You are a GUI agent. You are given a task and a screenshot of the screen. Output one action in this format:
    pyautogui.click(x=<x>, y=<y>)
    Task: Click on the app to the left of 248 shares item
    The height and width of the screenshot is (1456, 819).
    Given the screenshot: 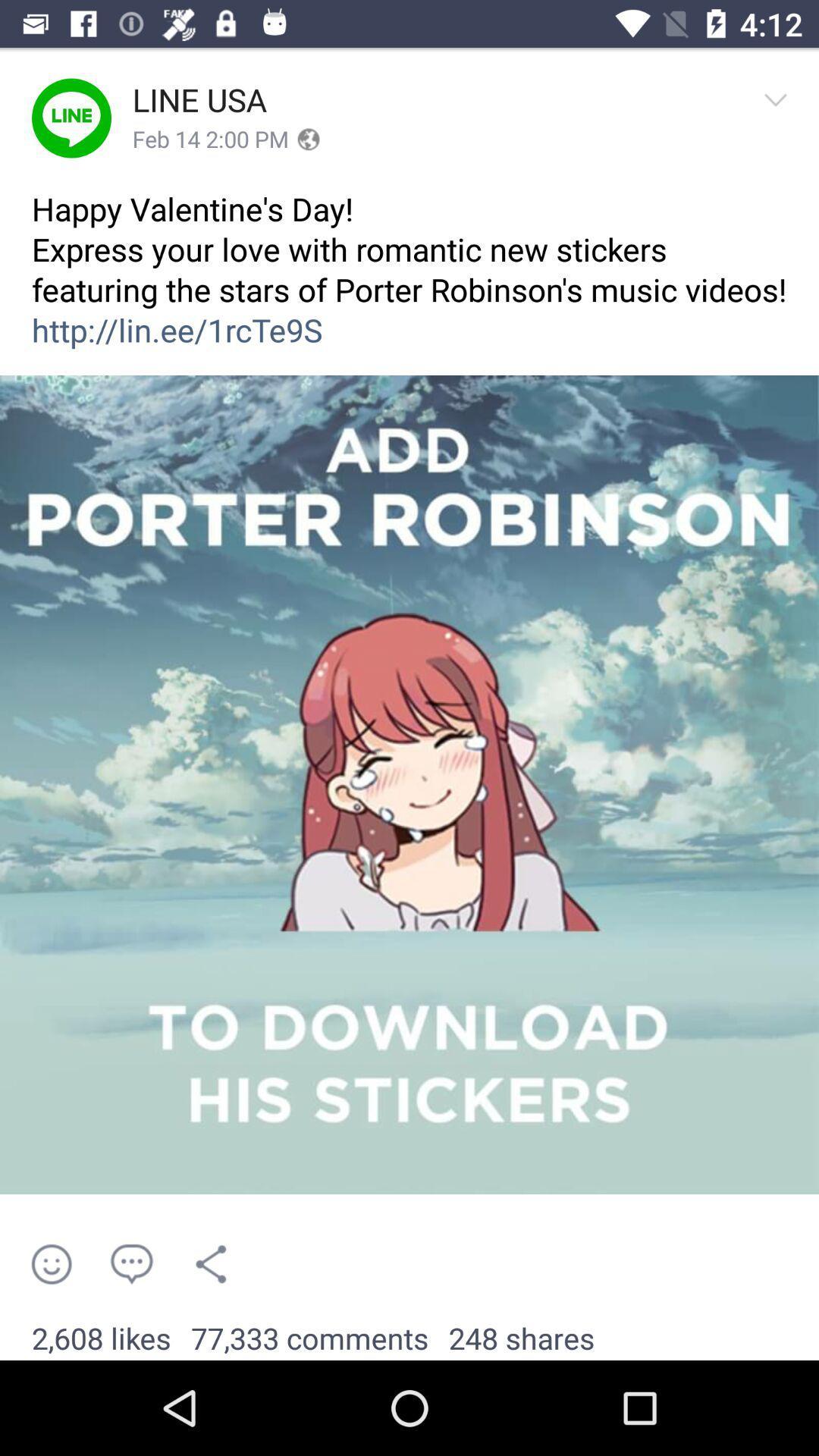 What is the action you would take?
    pyautogui.click(x=309, y=1339)
    